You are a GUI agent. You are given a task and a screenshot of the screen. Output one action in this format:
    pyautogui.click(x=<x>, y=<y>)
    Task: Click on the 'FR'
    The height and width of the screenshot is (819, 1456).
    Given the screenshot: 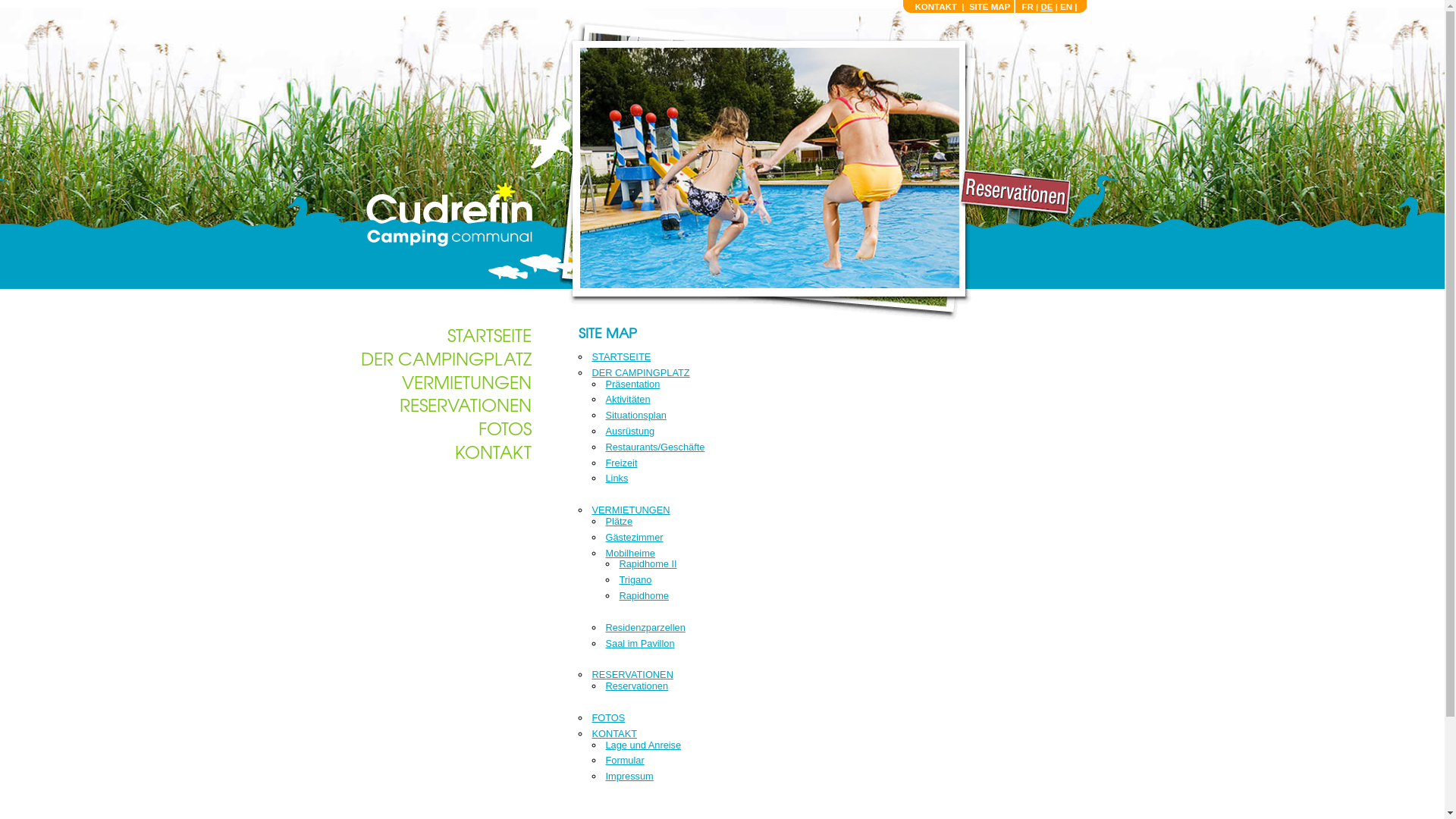 What is the action you would take?
    pyautogui.click(x=1027, y=6)
    